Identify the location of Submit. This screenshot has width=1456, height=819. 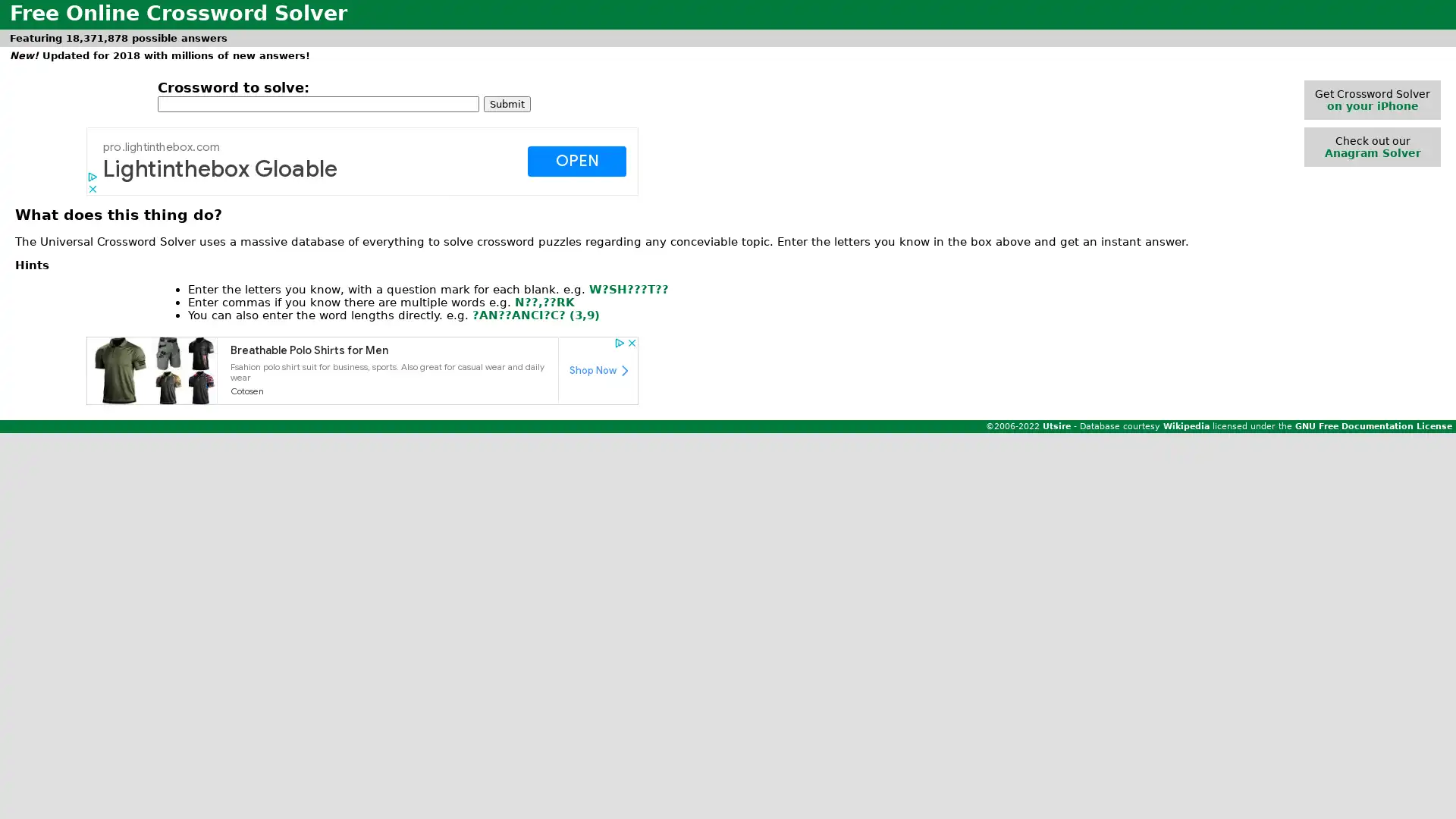
(507, 102).